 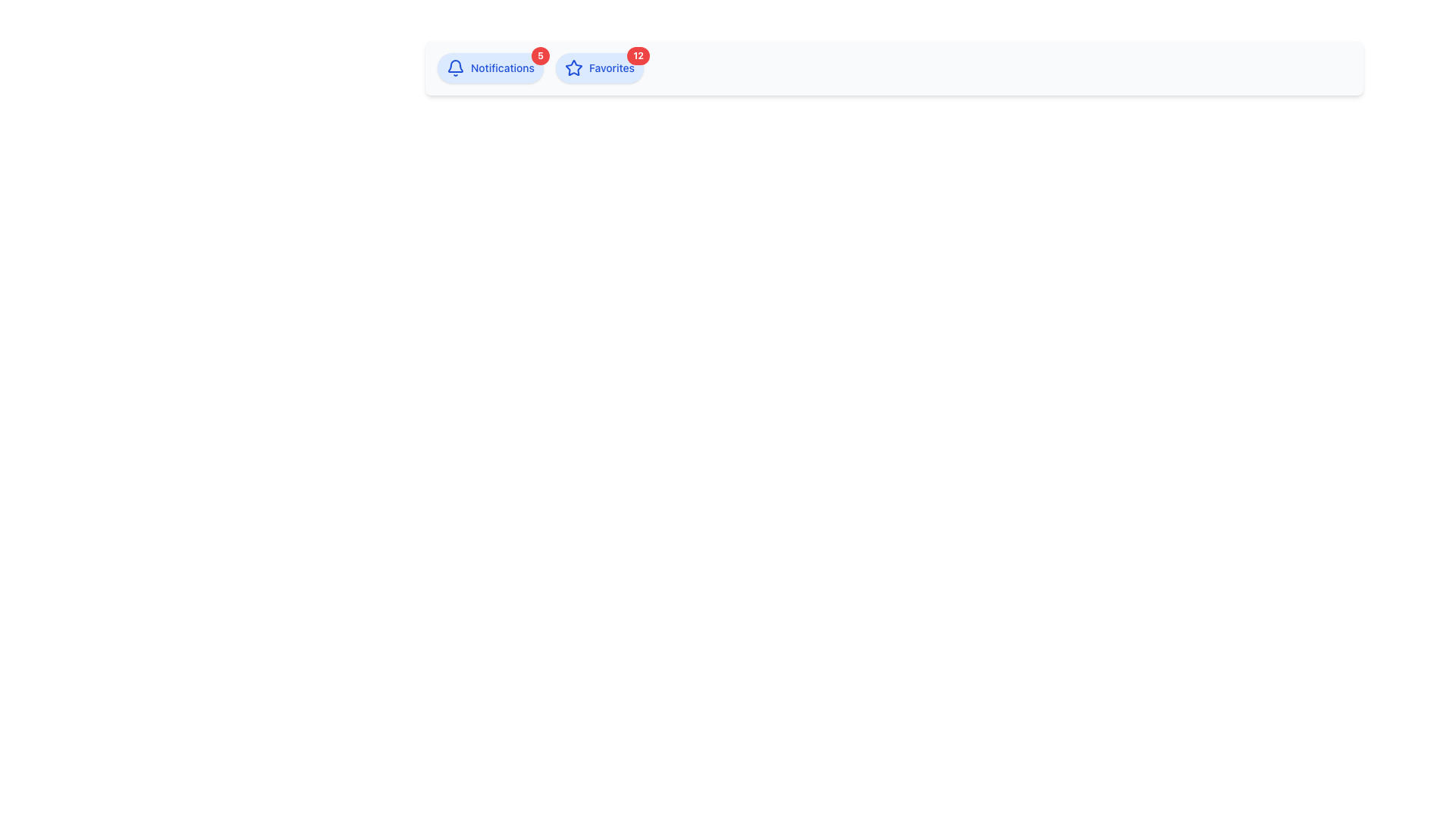 What do you see at coordinates (599, 67) in the screenshot?
I see `the 'Favorites' button, which is the second button in a horizontal row` at bounding box center [599, 67].